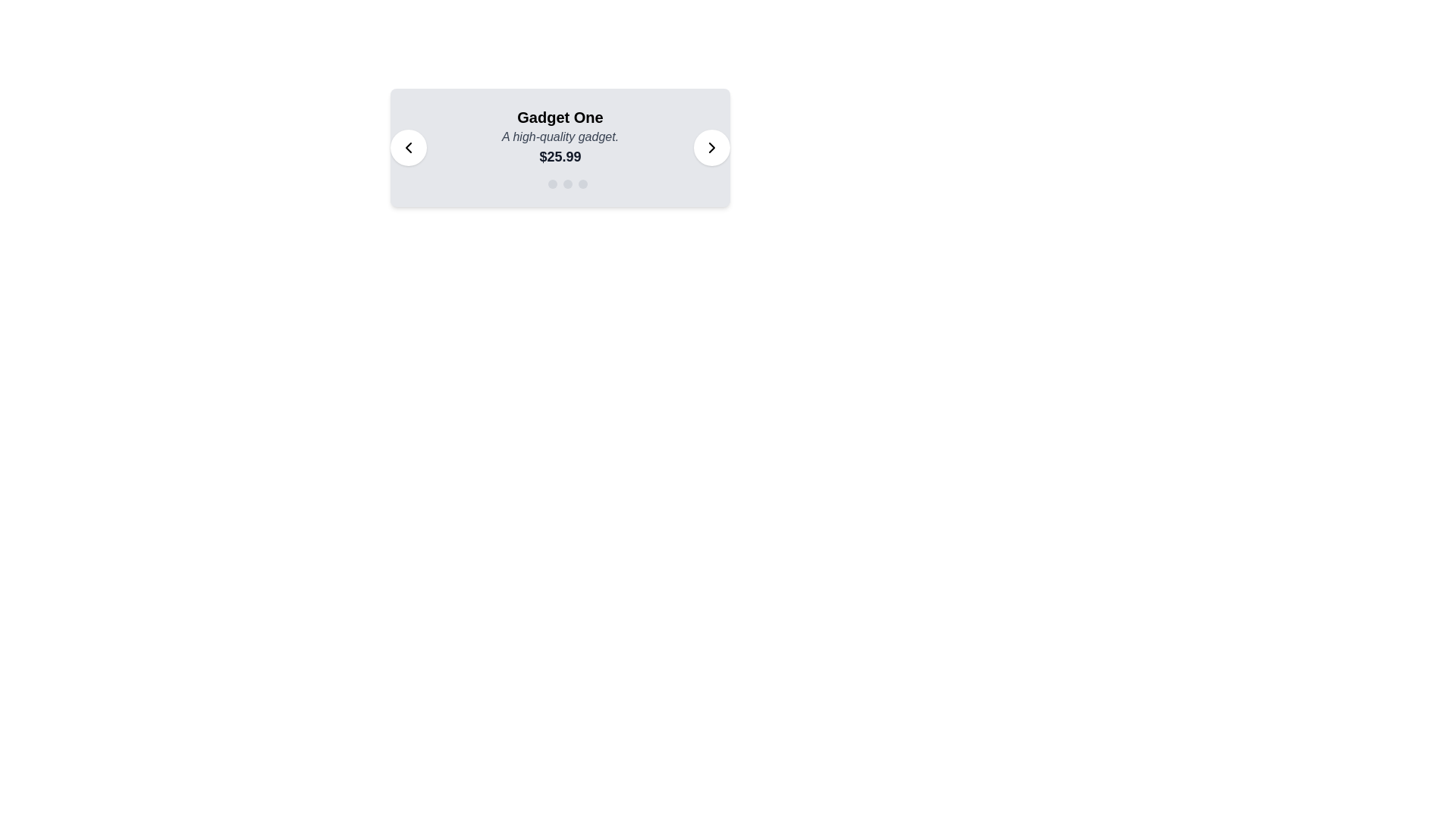 The height and width of the screenshot is (819, 1456). Describe the element at coordinates (560, 116) in the screenshot. I see `text label that presents the title or name of the item, which is positioned at the top of its sibling elements` at that location.